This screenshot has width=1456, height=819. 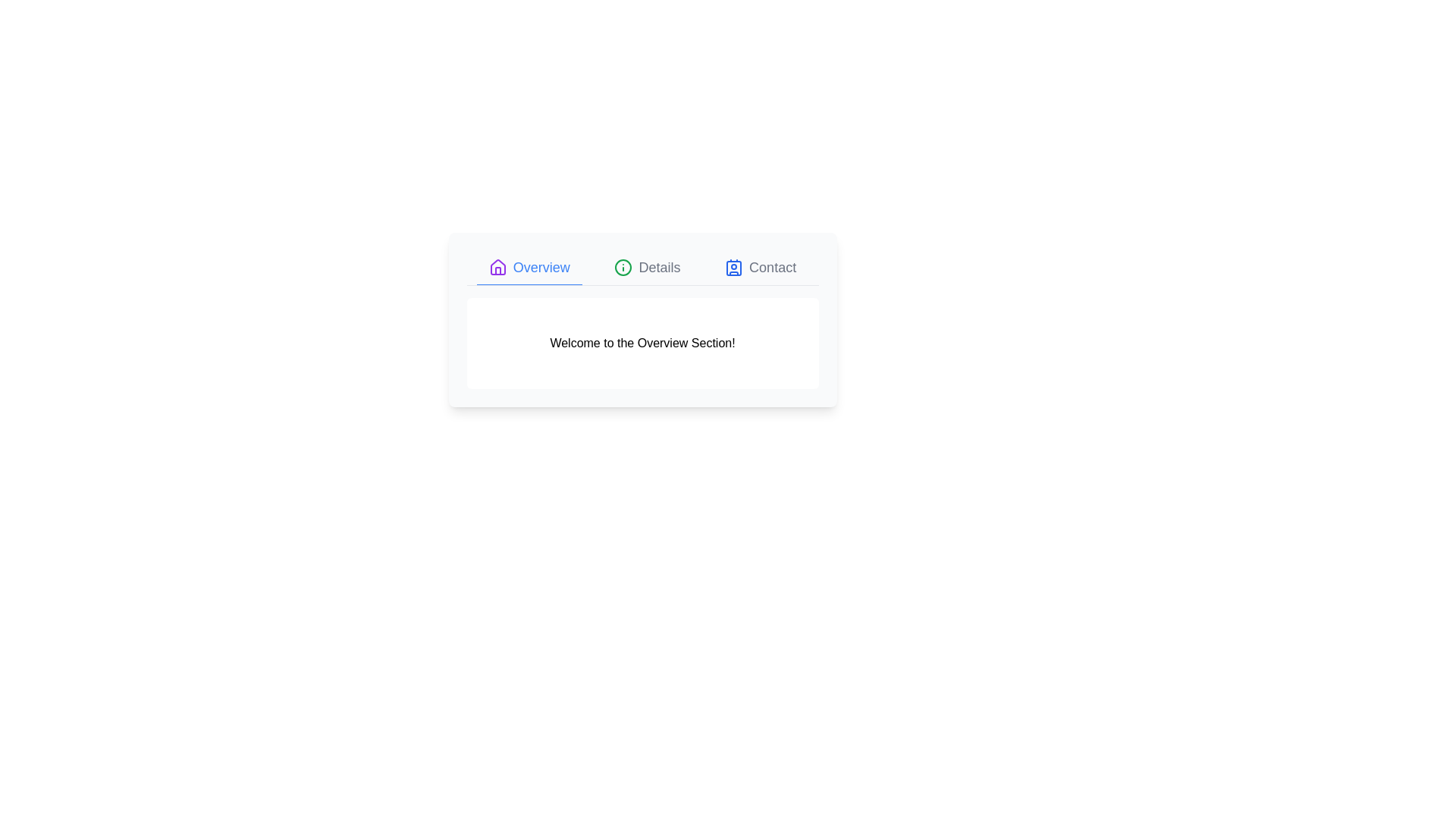 What do you see at coordinates (529, 267) in the screenshot?
I see `the Overview tab to examine its content` at bounding box center [529, 267].